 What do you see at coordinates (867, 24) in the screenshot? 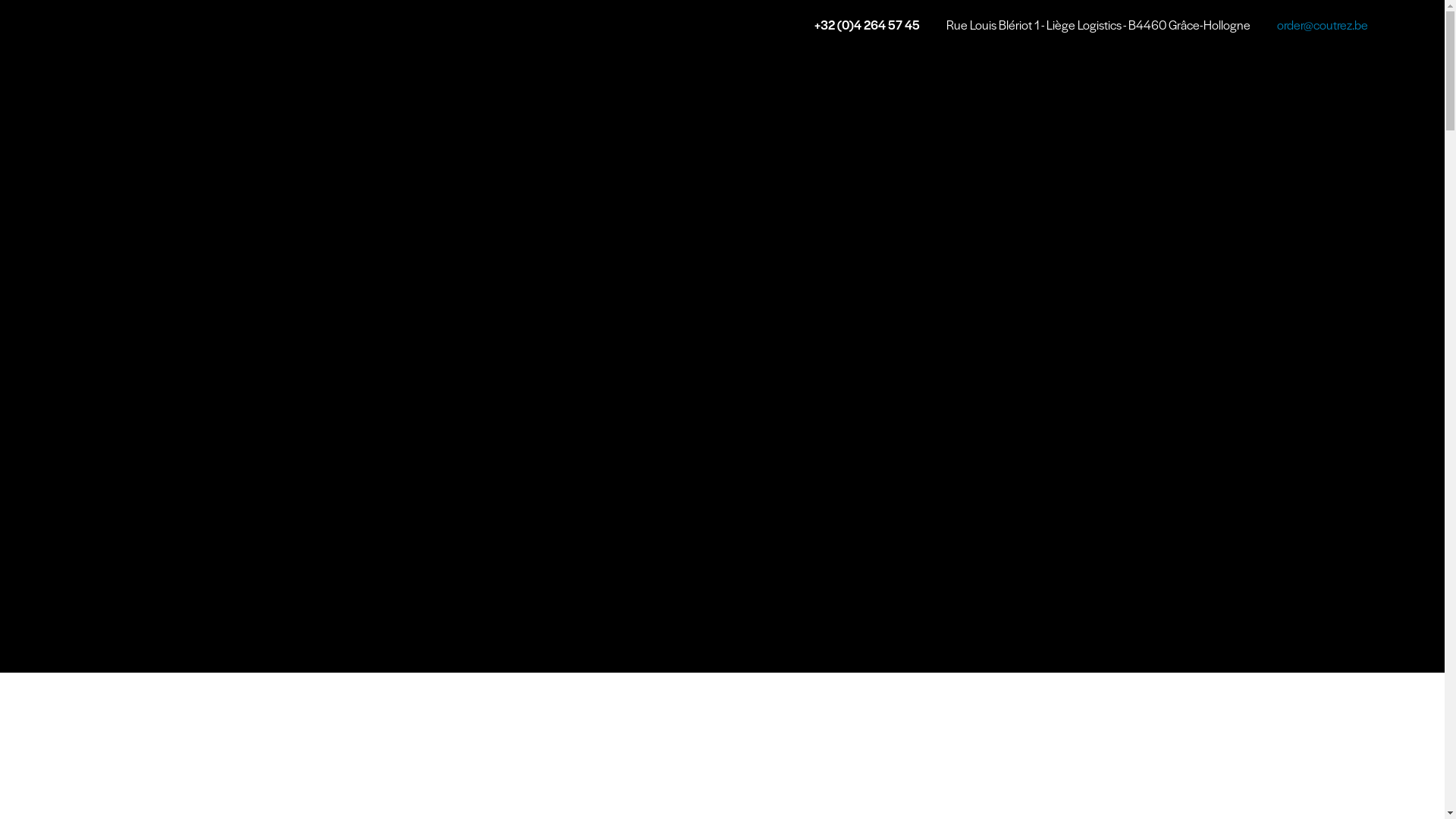
I see `'+32 (0)4 264 57 45'` at bounding box center [867, 24].